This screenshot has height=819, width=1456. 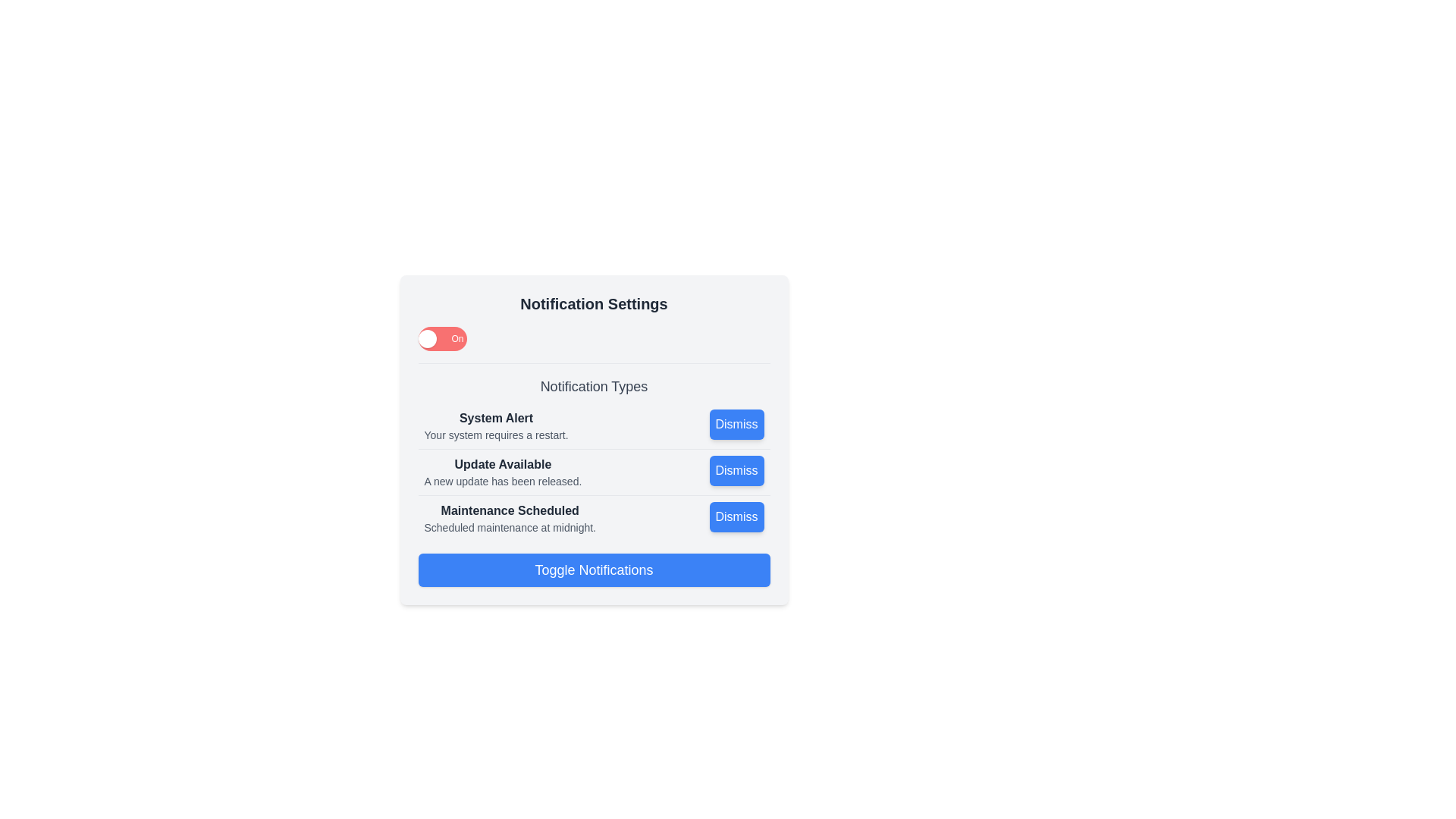 I want to click on the header text 'Notification Settings' which is styled in a large bold dark gray font and located at the top of the settings panel above the toggle button, so click(x=593, y=304).